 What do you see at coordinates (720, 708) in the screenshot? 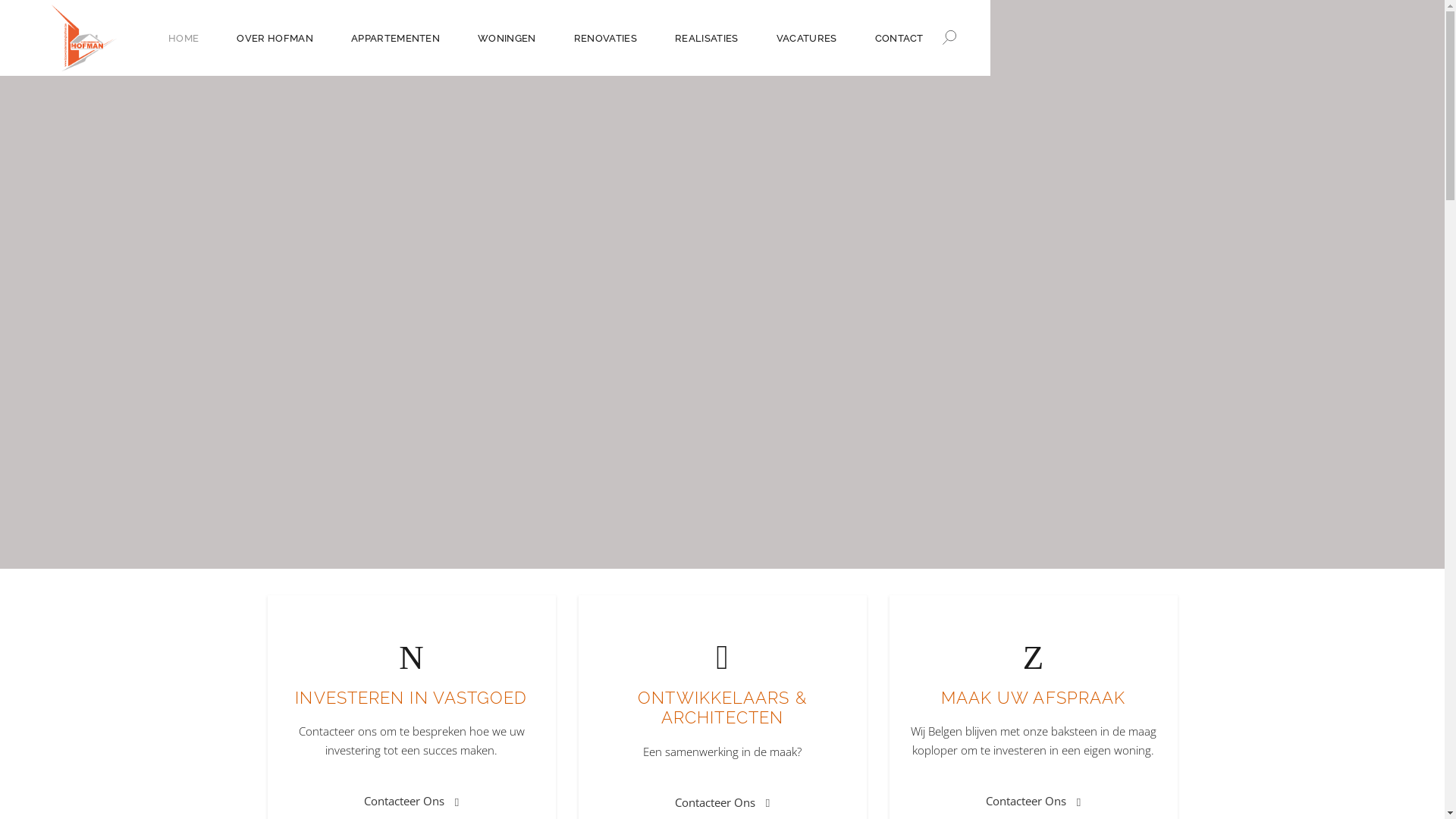
I see `'ONTWIKKELAARS & ARCHITECTEN'` at bounding box center [720, 708].